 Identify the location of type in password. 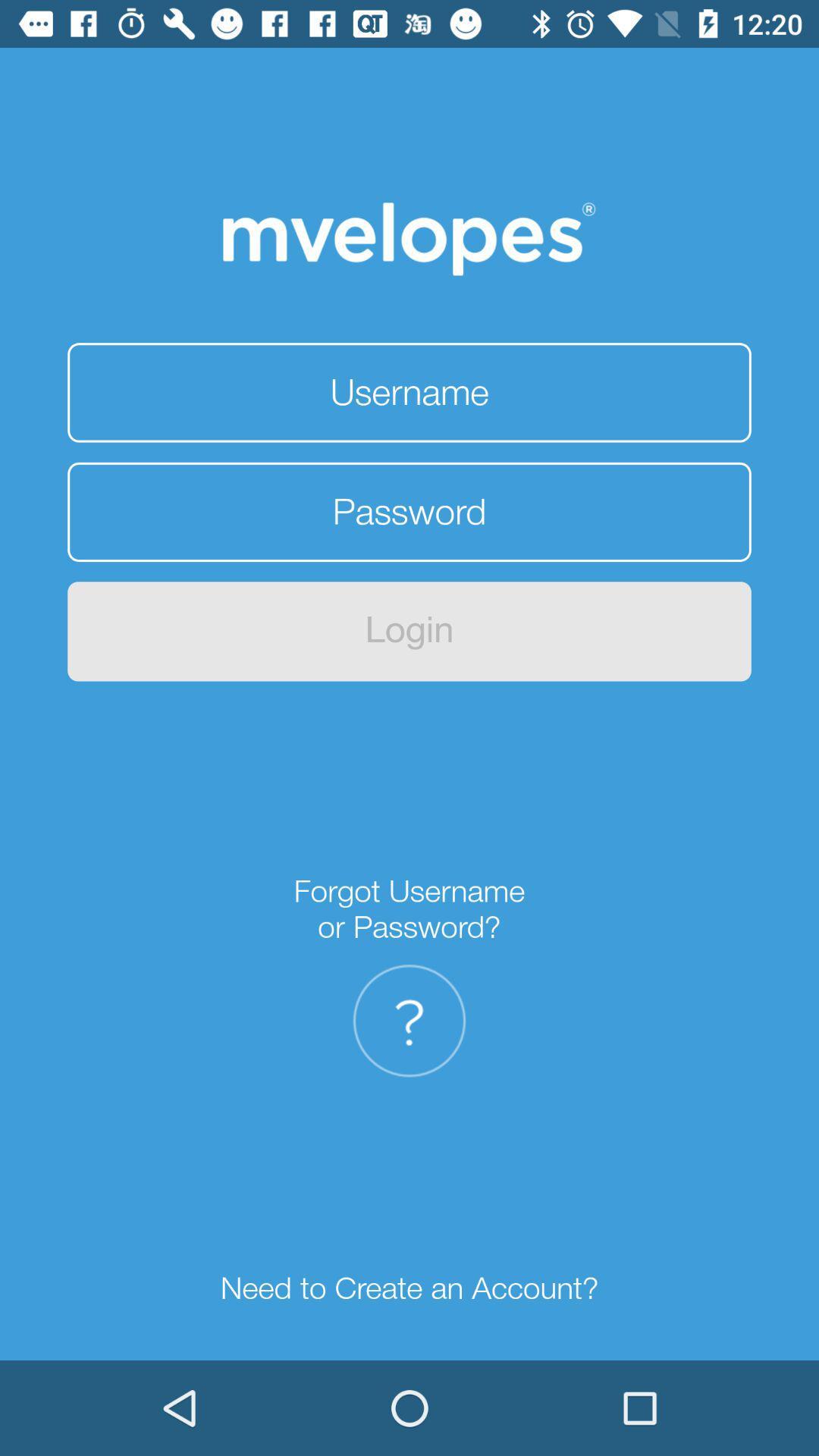
(409, 512).